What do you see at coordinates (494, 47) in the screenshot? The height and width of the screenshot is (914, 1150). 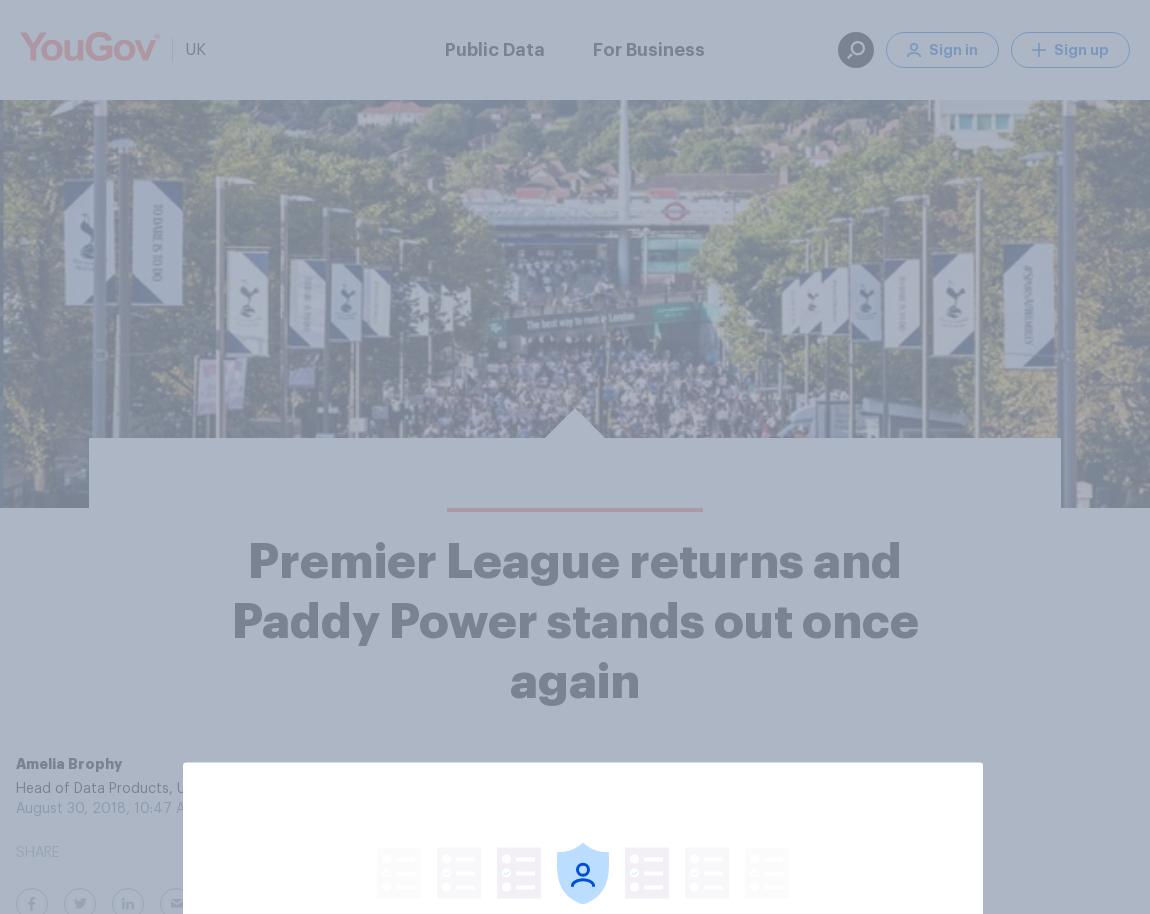 I see `'Public Data'` at bounding box center [494, 47].